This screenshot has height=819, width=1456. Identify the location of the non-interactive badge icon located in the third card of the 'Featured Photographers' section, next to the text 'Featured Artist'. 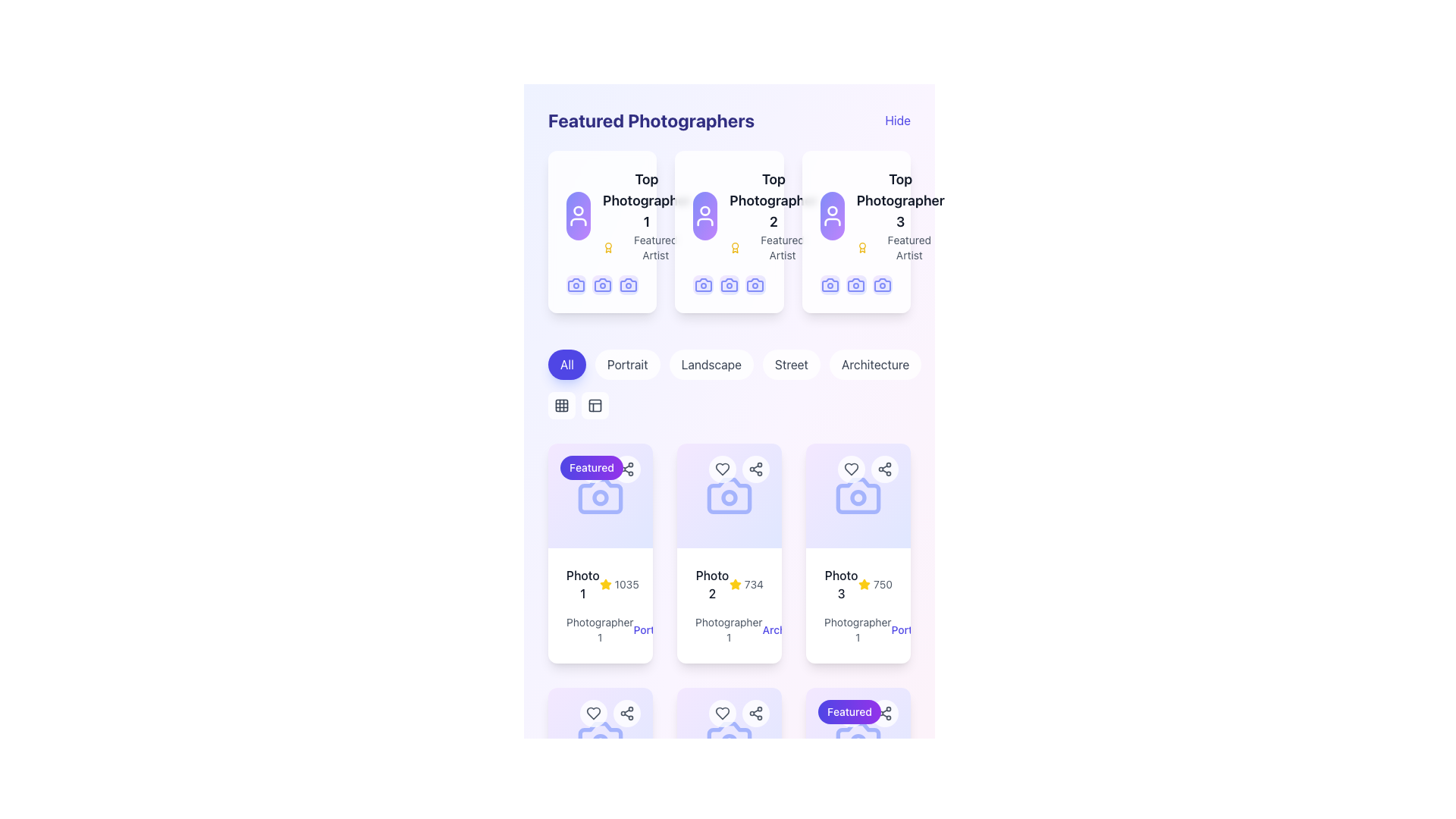
(862, 247).